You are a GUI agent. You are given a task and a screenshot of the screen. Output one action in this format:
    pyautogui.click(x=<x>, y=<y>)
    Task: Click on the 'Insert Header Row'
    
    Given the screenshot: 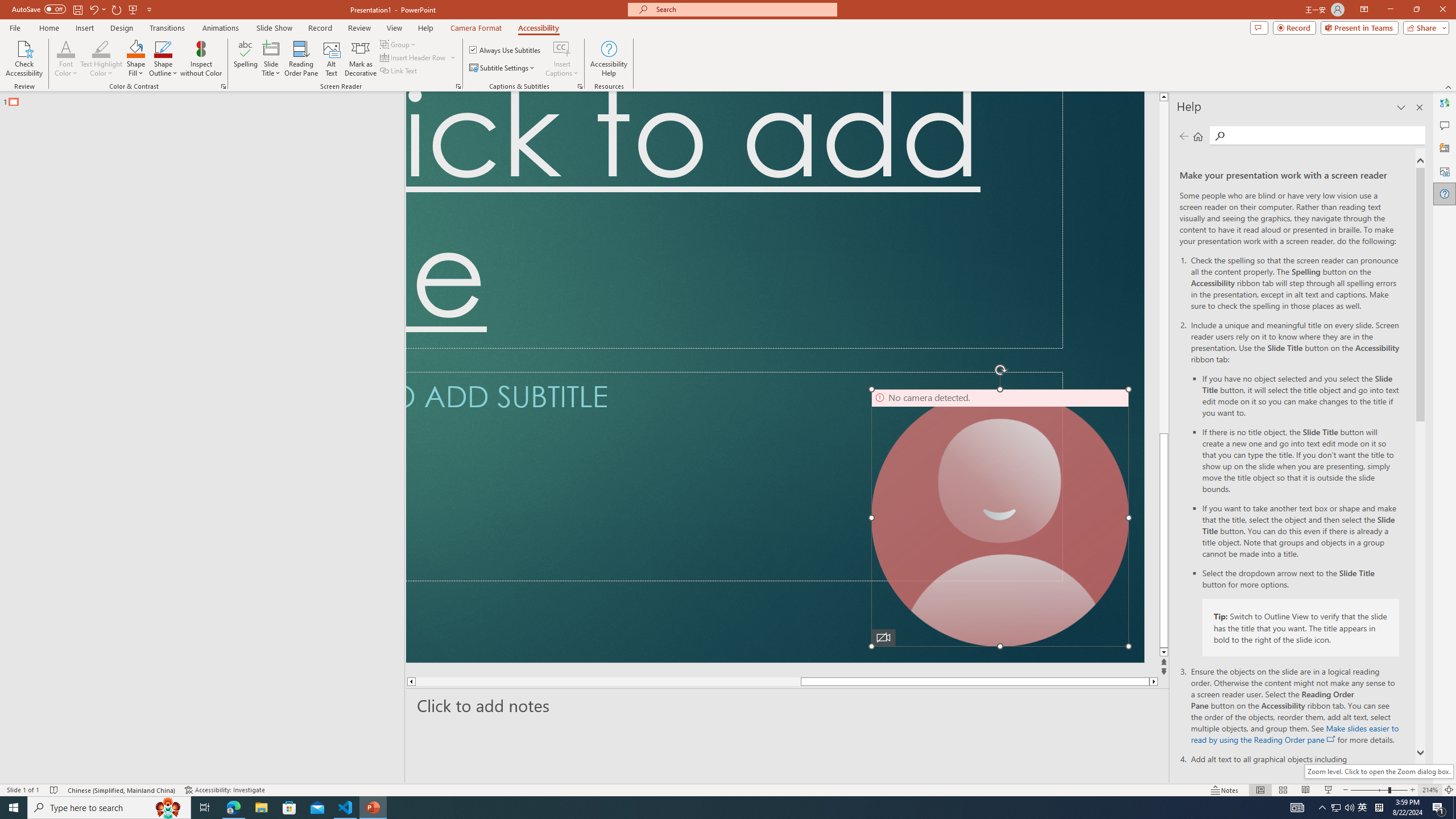 What is the action you would take?
    pyautogui.click(x=418, y=56)
    